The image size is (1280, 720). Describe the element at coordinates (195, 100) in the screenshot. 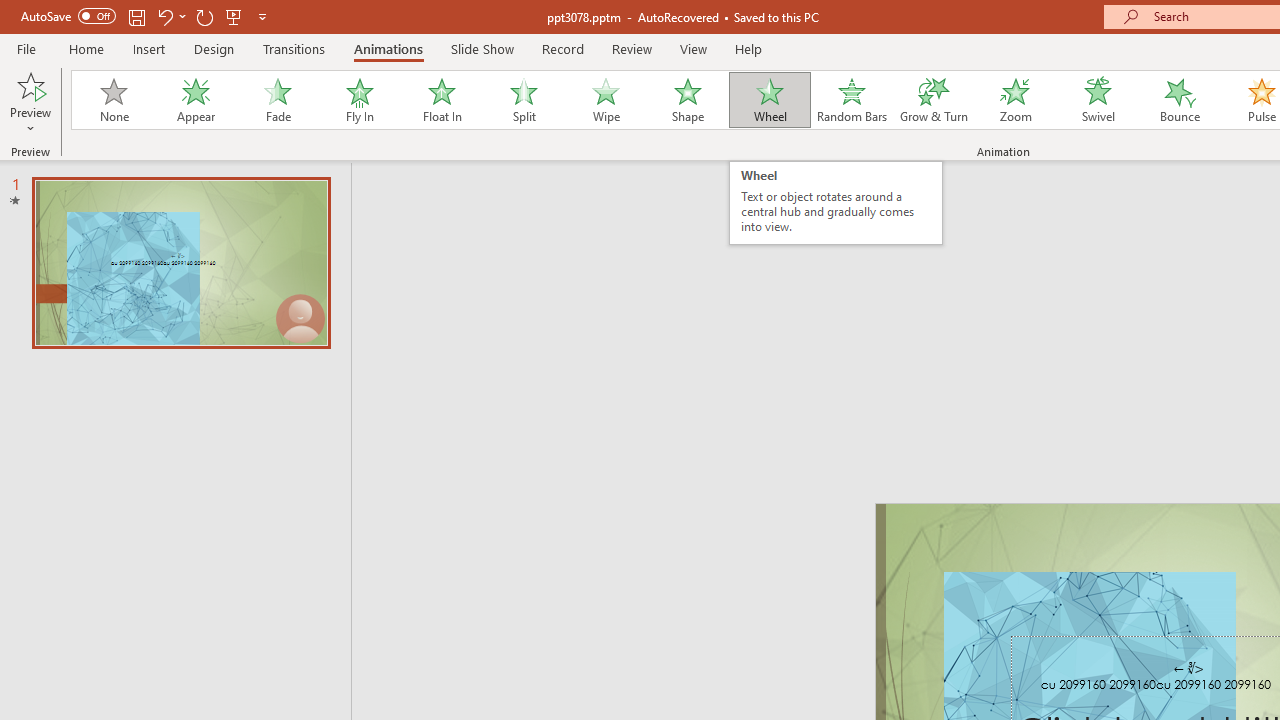

I see `'Appear'` at that location.